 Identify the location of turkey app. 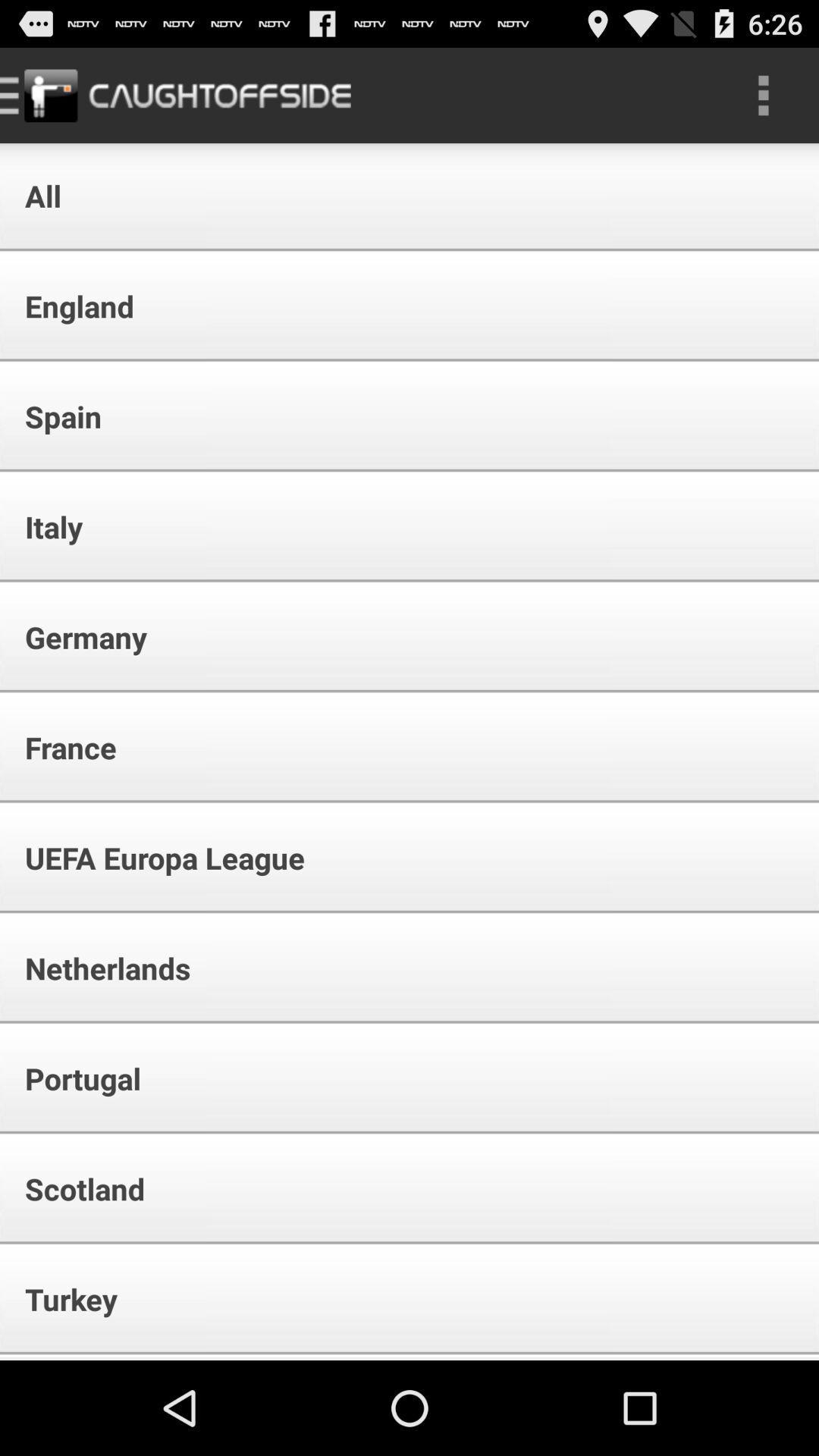
(61, 1298).